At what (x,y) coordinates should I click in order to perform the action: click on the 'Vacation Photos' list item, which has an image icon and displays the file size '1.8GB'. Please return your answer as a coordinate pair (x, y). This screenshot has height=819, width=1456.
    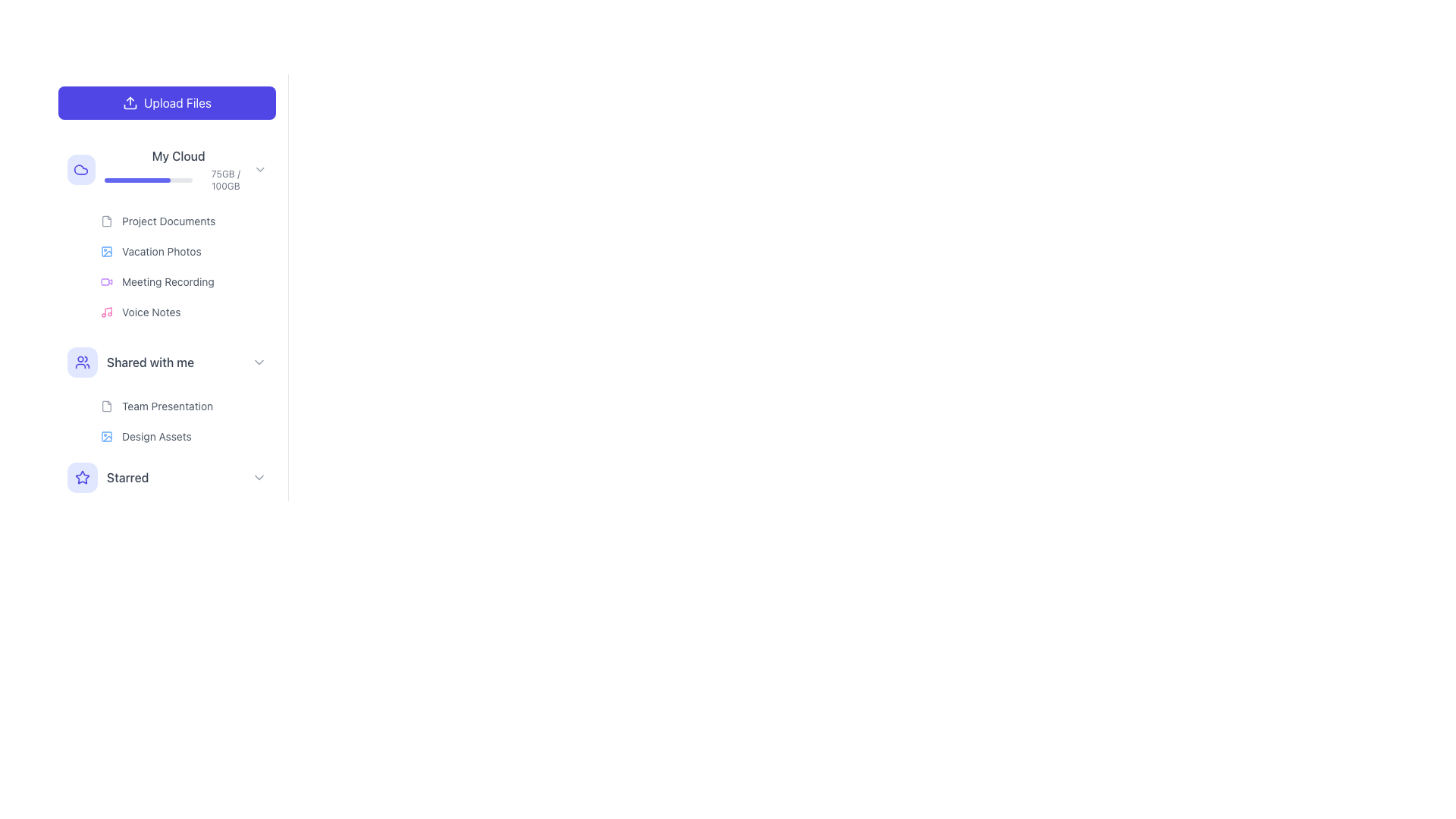
    Looking at the image, I should click on (184, 265).